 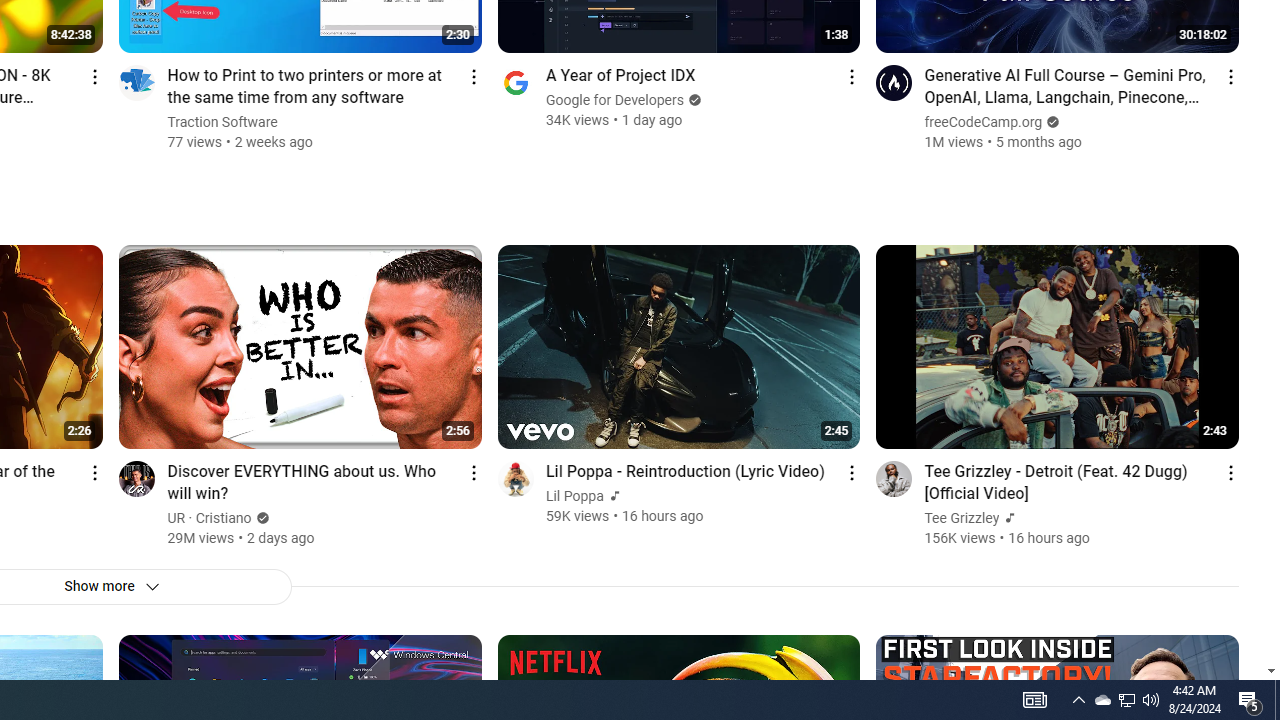 What do you see at coordinates (1008, 517) in the screenshot?
I see `'Official Artist Channel'` at bounding box center [1008, 517].